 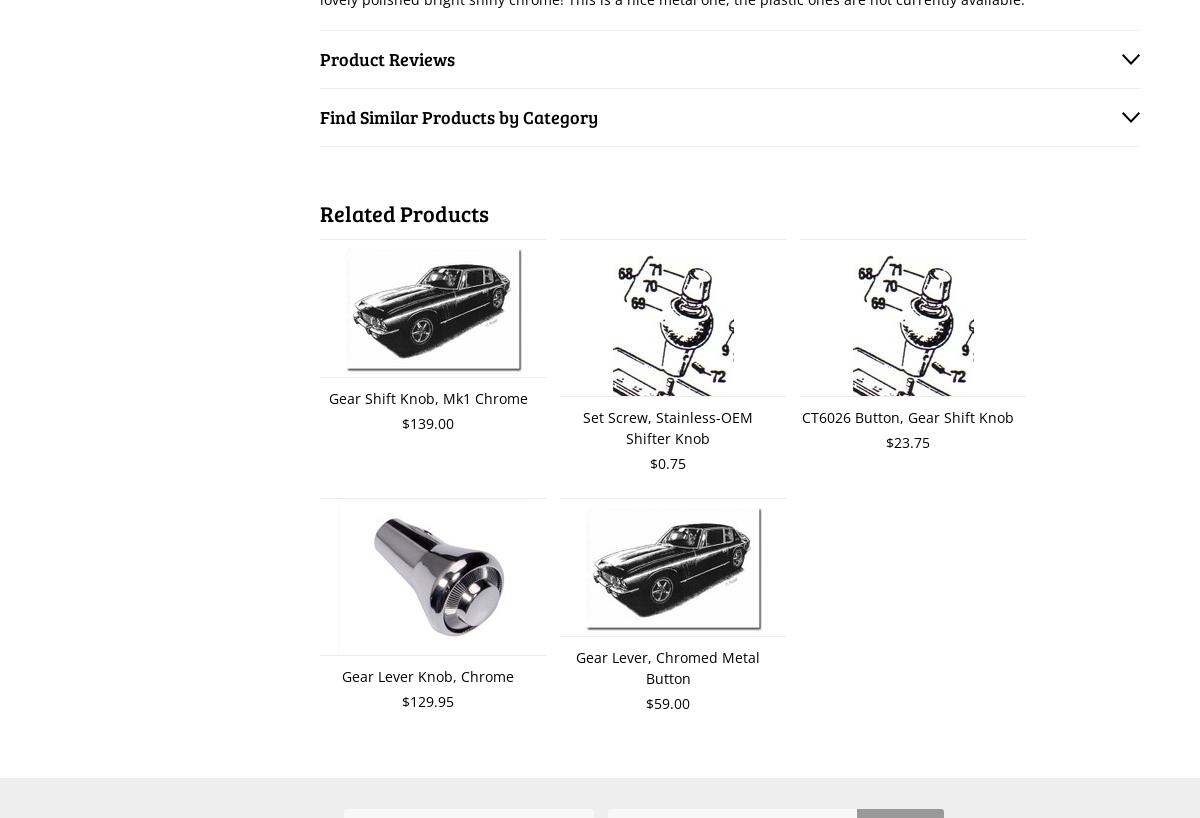 I want to click on '$0.75', so click(x=668, y=462).